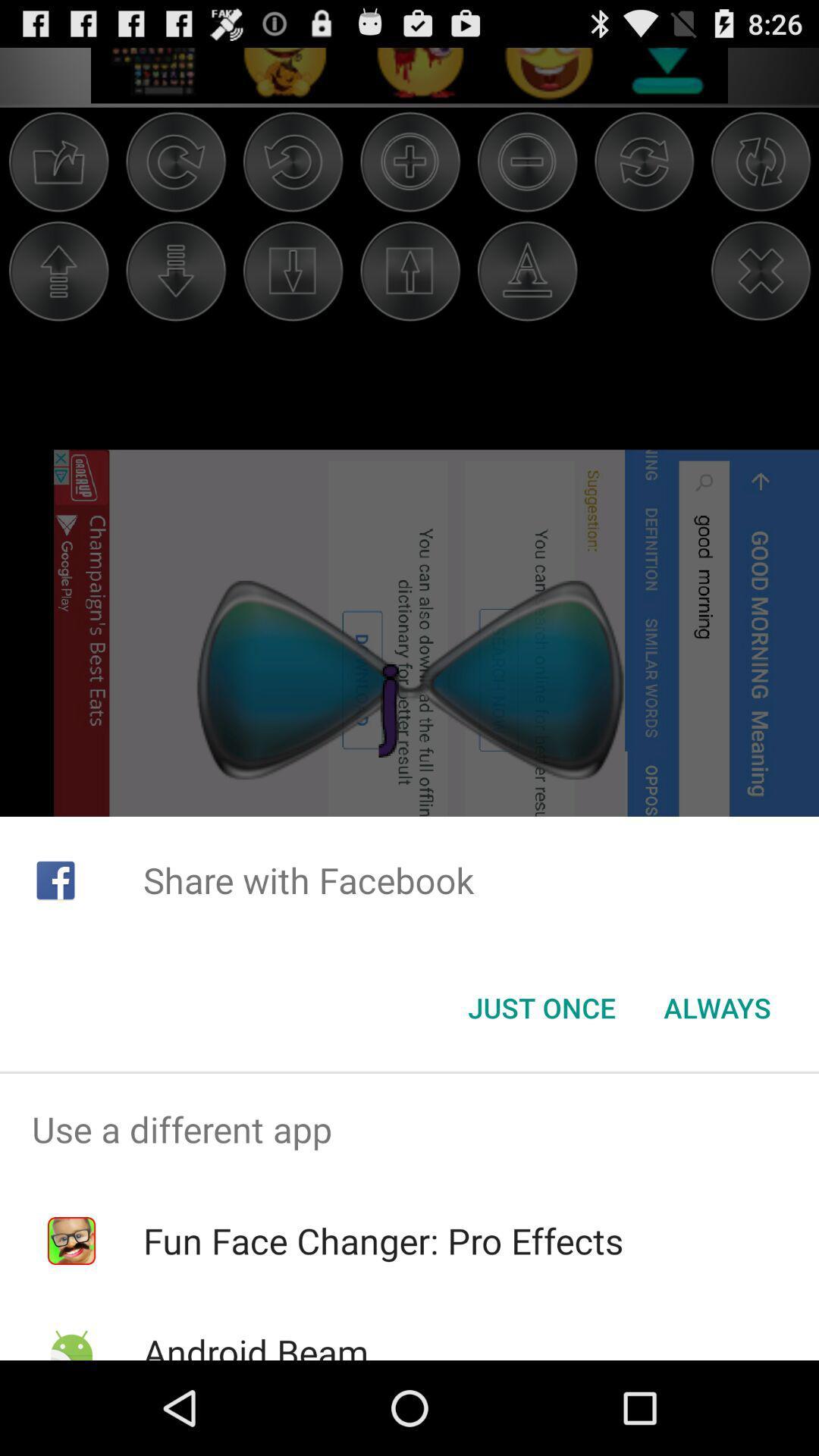 This screenshot has height=1456, width=819. I want to click on fun face changer icon, so click(382, 1241).